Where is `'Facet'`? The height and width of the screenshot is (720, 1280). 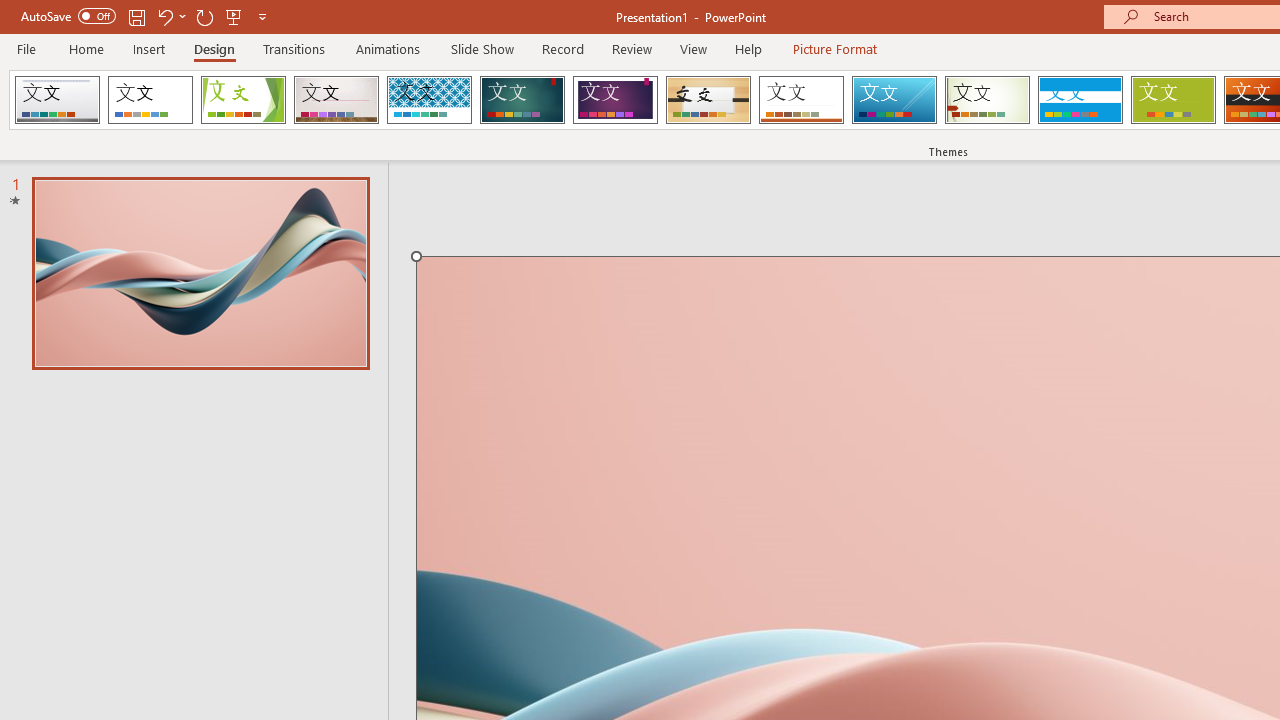
'Facet' is located at coordinates (242, 100).